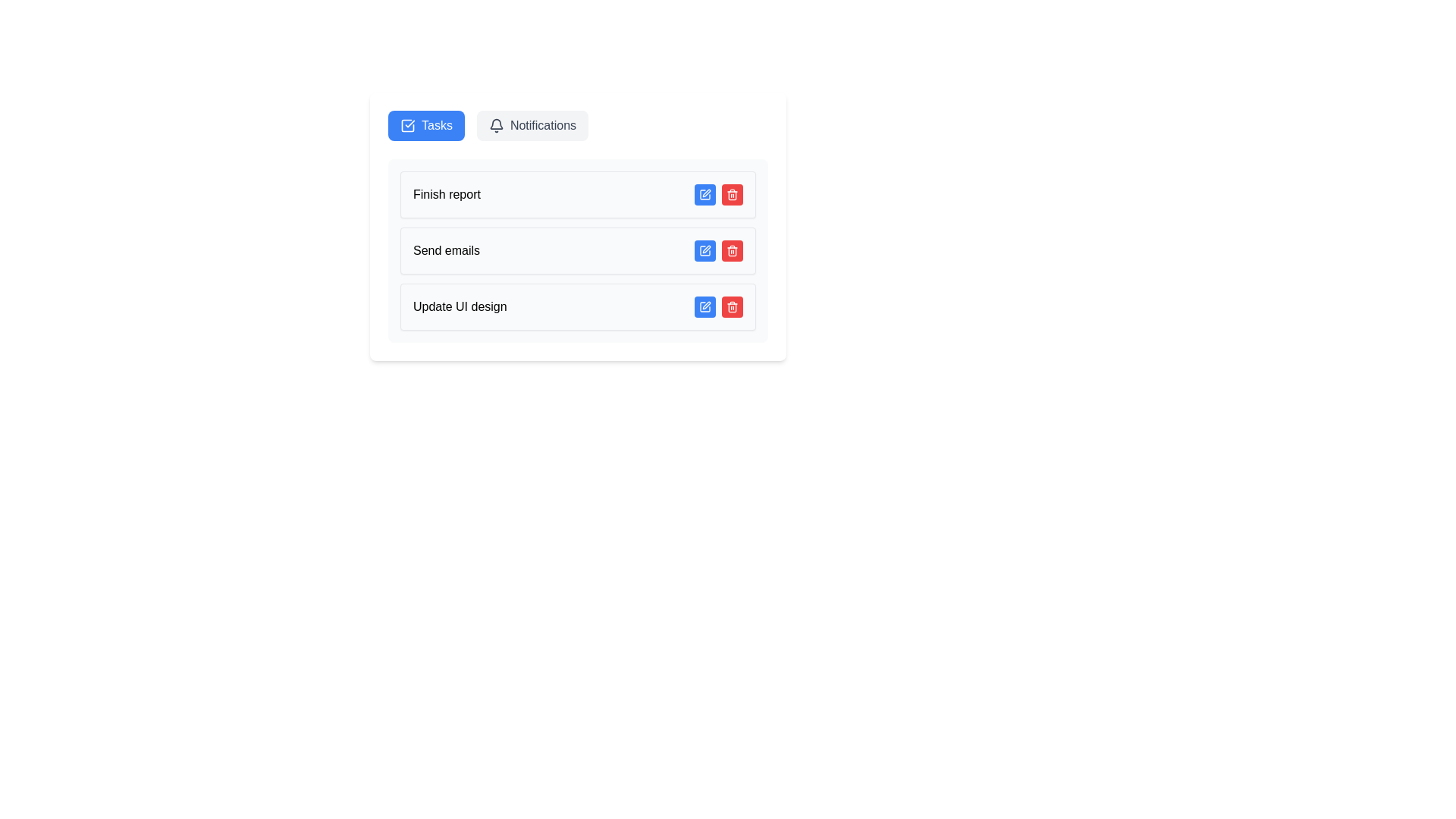 The width and height of the screenshot is (1456, 819). Describe the element at coordinates (704, 307) in the screenshot. I see `the square button with a blue background and a pen icon, located to the left of the second button associated with the 'Update UI design' list item, to observe the color change` at that location.